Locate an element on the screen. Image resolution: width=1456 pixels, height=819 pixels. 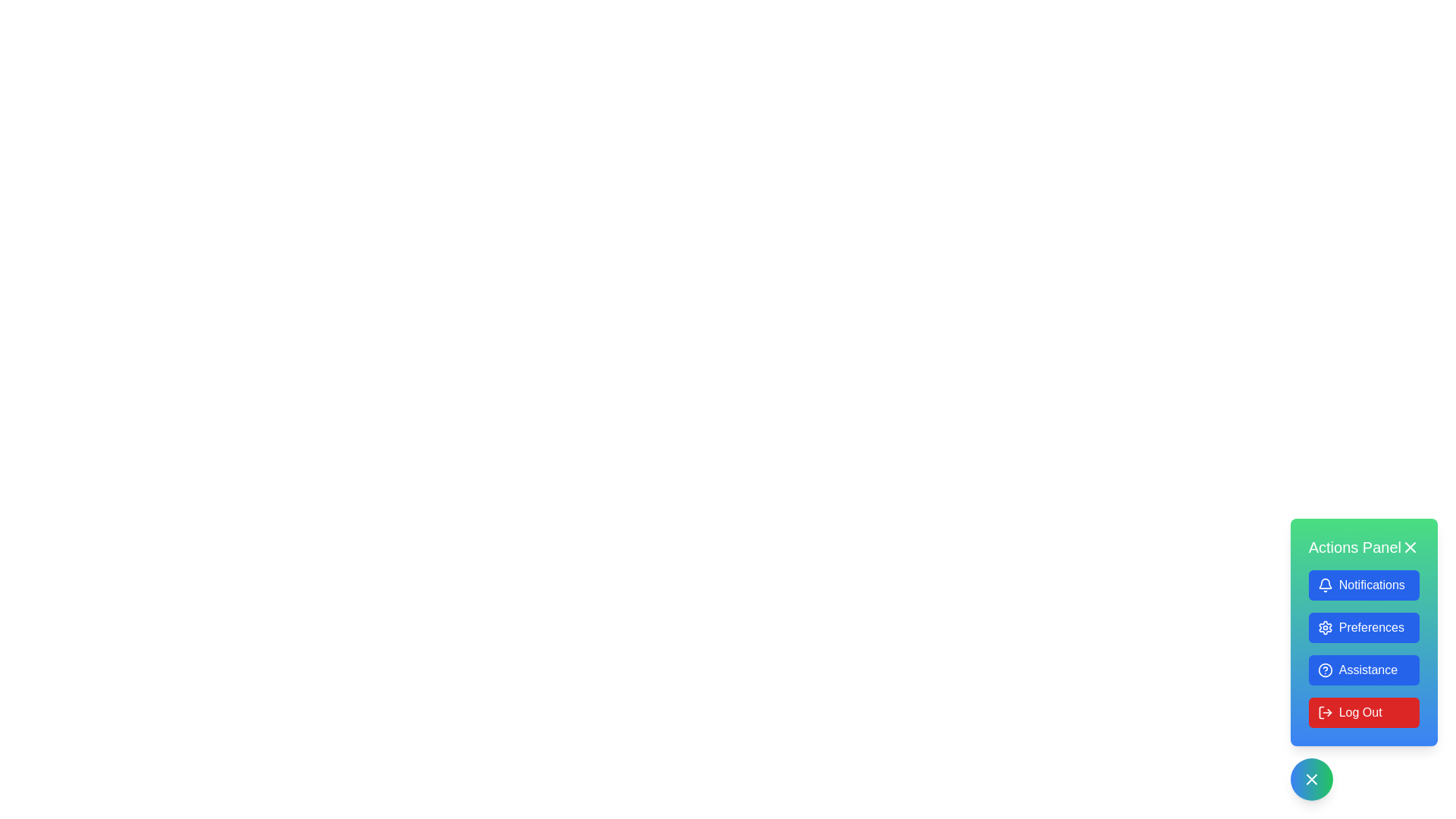
the 'Assistance' button, which is a rectangular button with a blue background and white text, located in the bottom right menu panel between the 'Preferences' and 'Log Out' buttons is located at coordinates (1363, 659).